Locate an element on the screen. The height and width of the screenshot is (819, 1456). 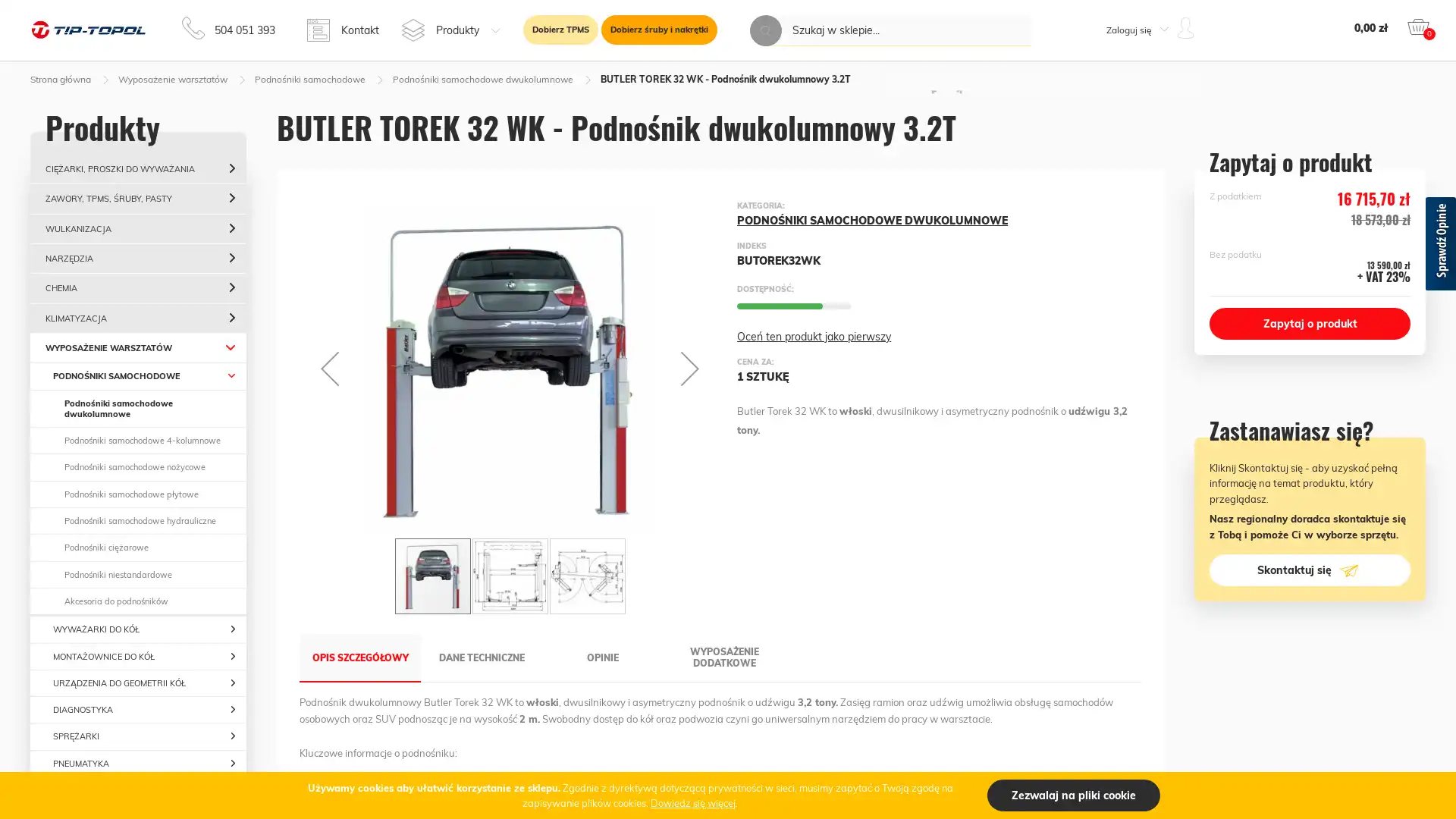
Zaloguj sie is located at coordinates (1123, 194).